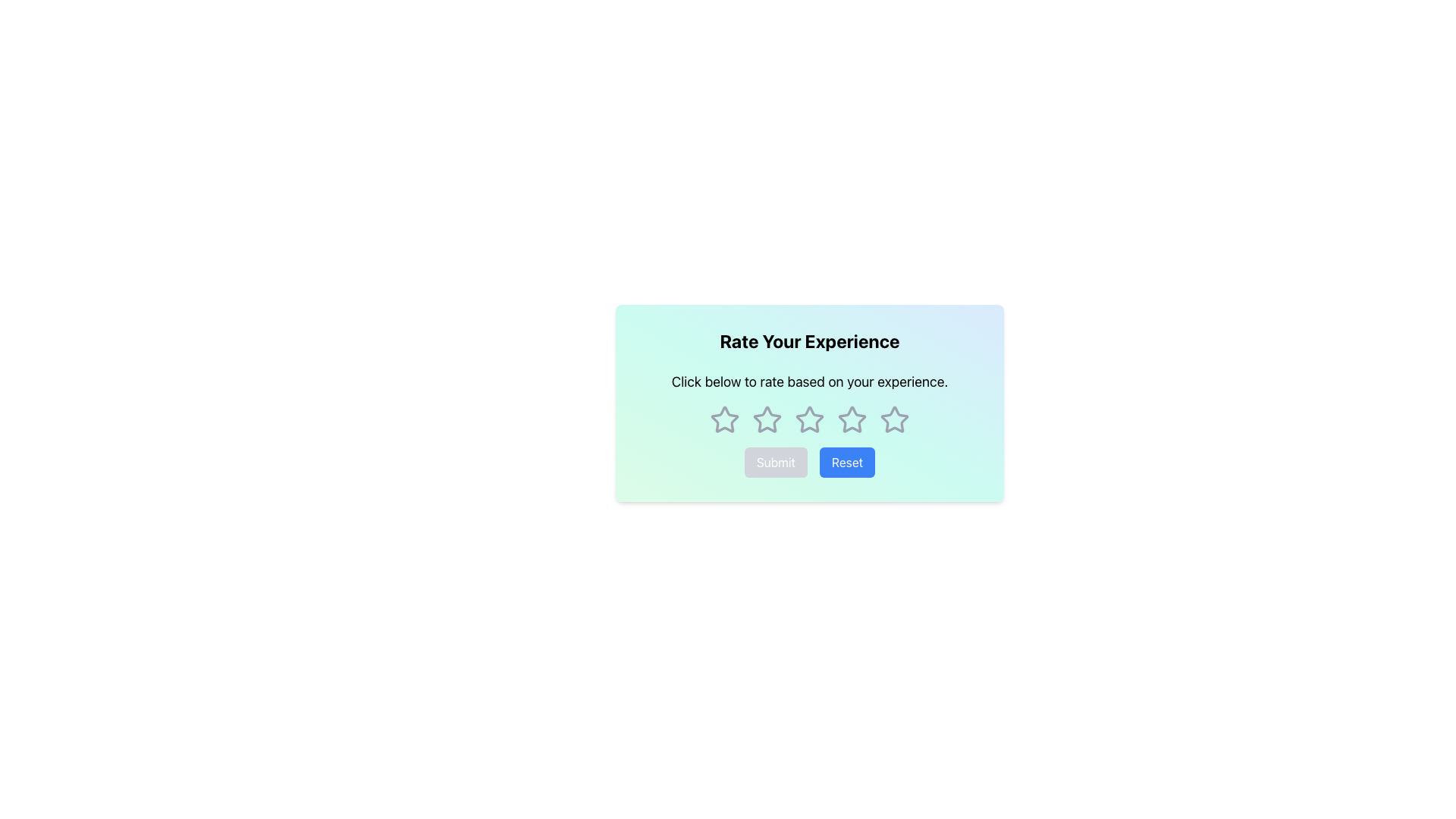 This screenshot has width=1456, height=819. What do you see at coordinates (809, 420) in the screenshot?
I see `the fourth star in the Rating stars component` at bounding box center [809, 420].